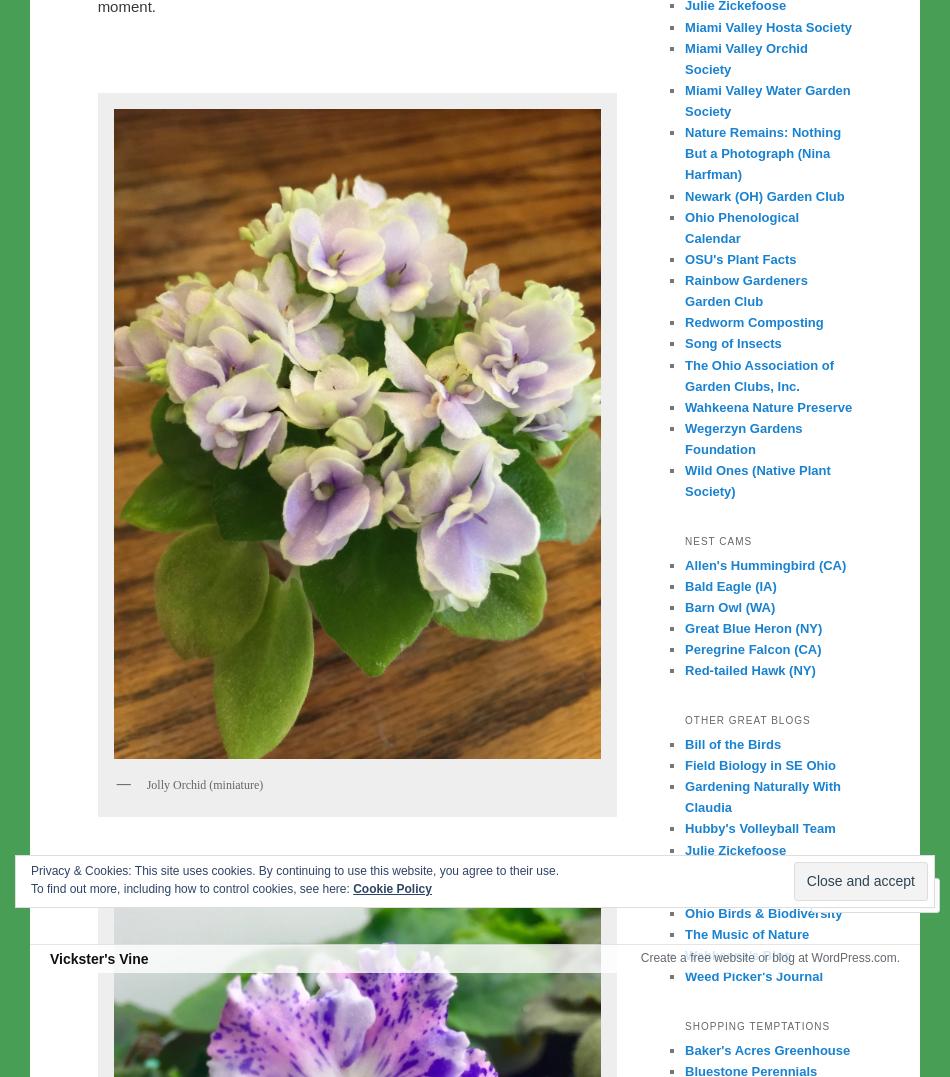 The image size is (950, 1077). Describe the element at coordinates (728, 606) in the screenshot. I see `'Barn Owl (WA)'` at that location.